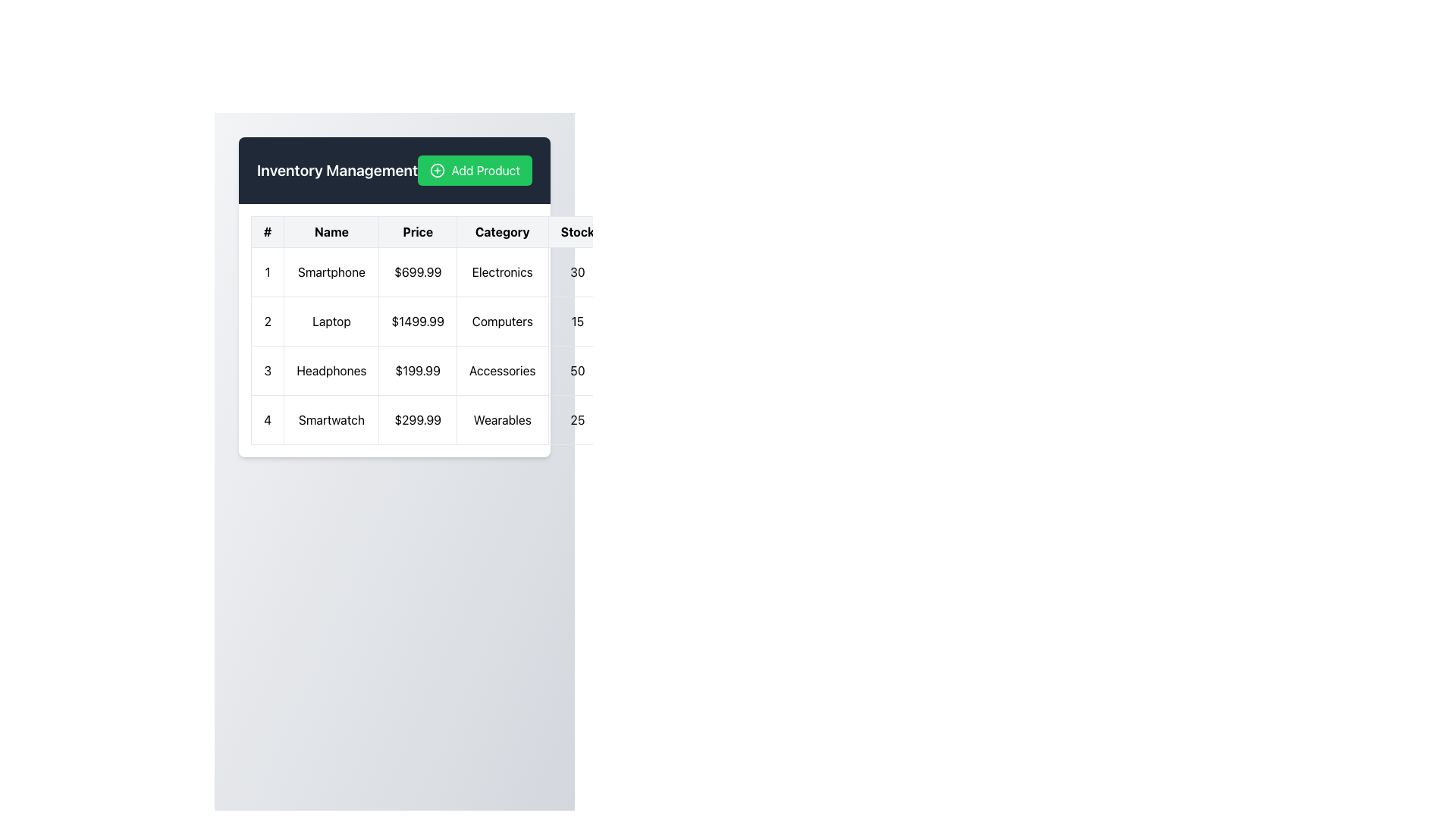 The height and width of the screenshot is (819, 1456). What do you see at coordinates (337, 170) in the screenshot?
I see `the 'Inventory Management' text label, which is styled in white with an extra-large font weight on a dark-gray background, located at the top-left corner of the header section` at bounding box center [337, 170].